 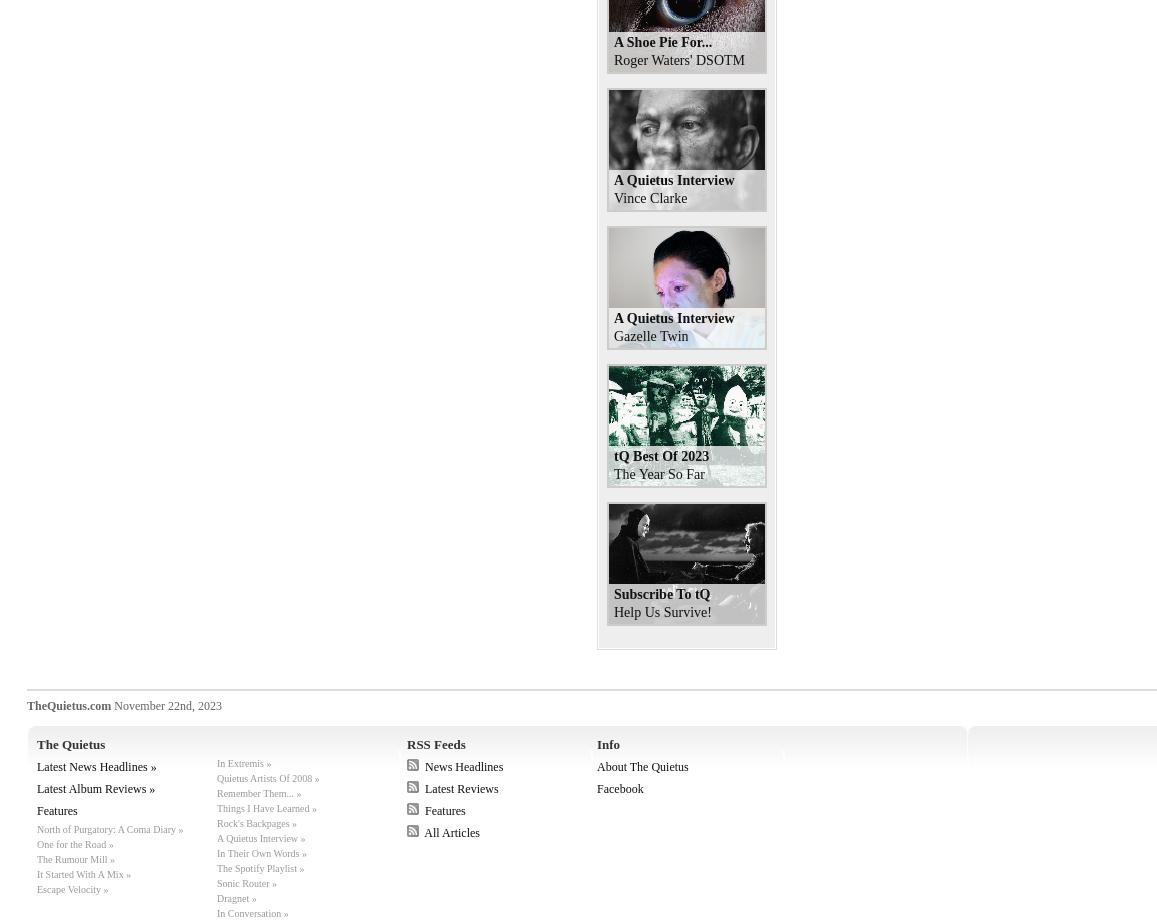 What do you see at coordinates (266, 778) in the screenshot?
I see `'Quietus Artists Of 2008 »'` at bounding box center [266, 778].